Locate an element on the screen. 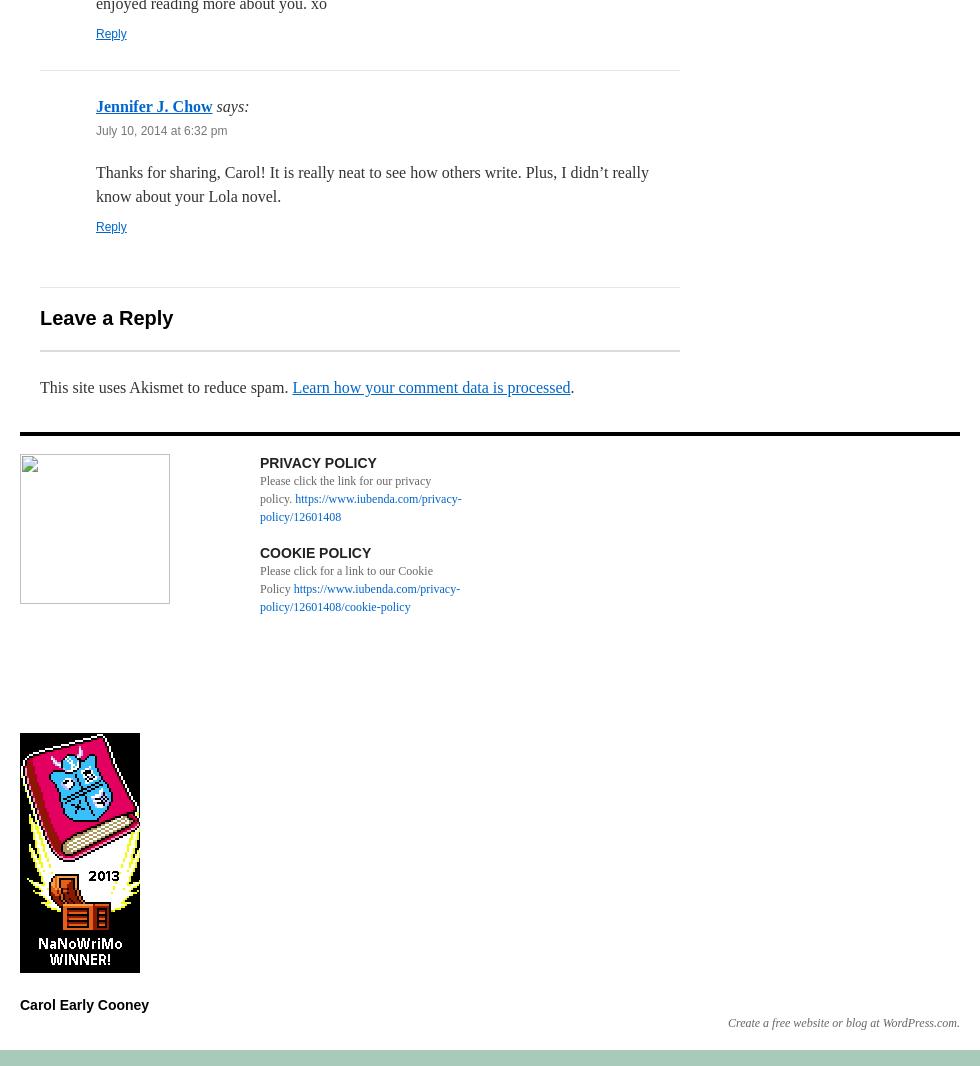 The width and height of the screenshot is (980, 1066). 'https://www.iubenda.com/privacy-policy/12601408/cookie-policy' is located at coordinates (359, 595).